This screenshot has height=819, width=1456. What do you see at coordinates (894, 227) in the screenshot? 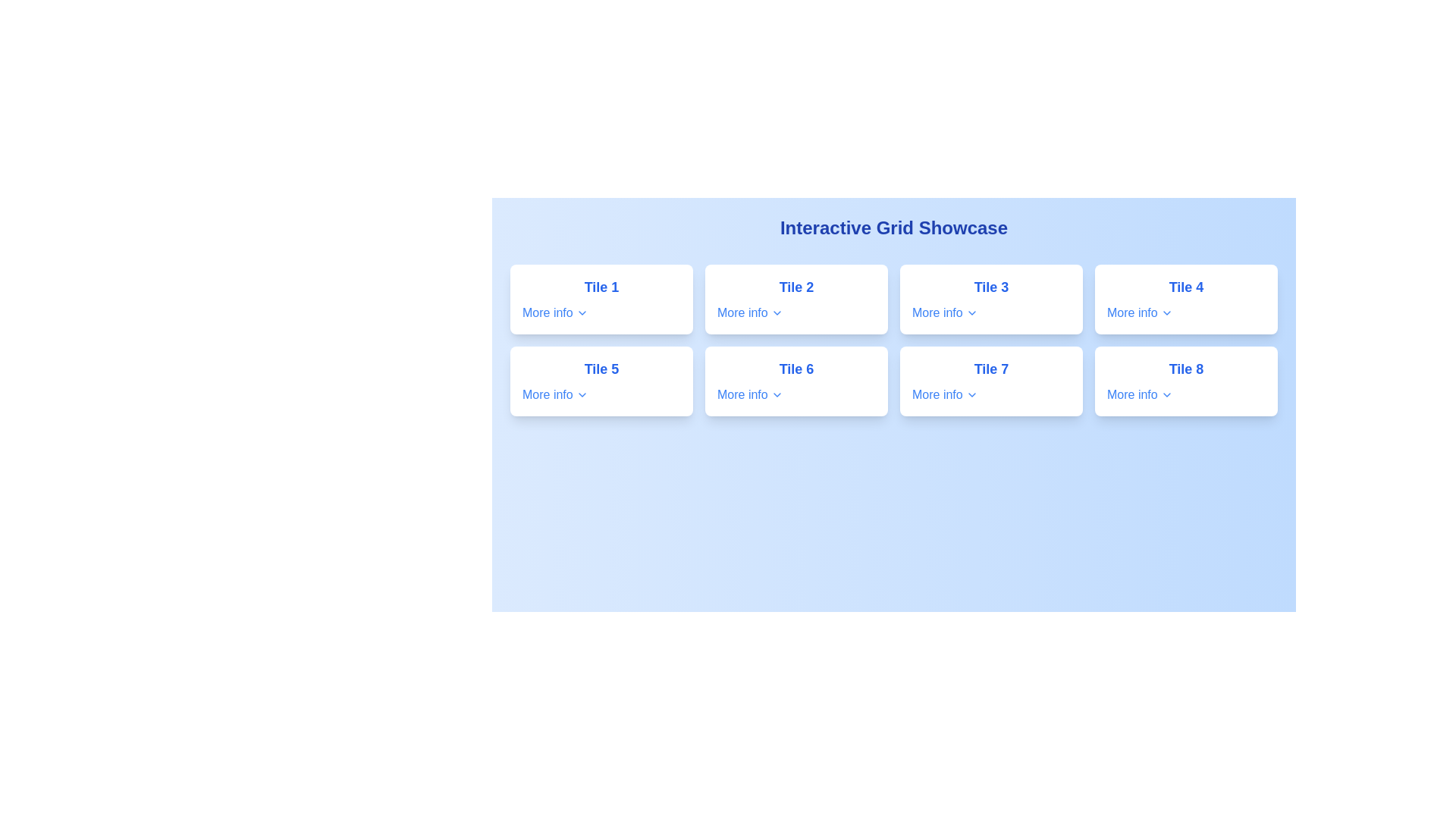
I see `the text of the header label located at the top center of the interactive grid section, which is distinct and identifiable as the only header element` at bounding box center [894, 227].